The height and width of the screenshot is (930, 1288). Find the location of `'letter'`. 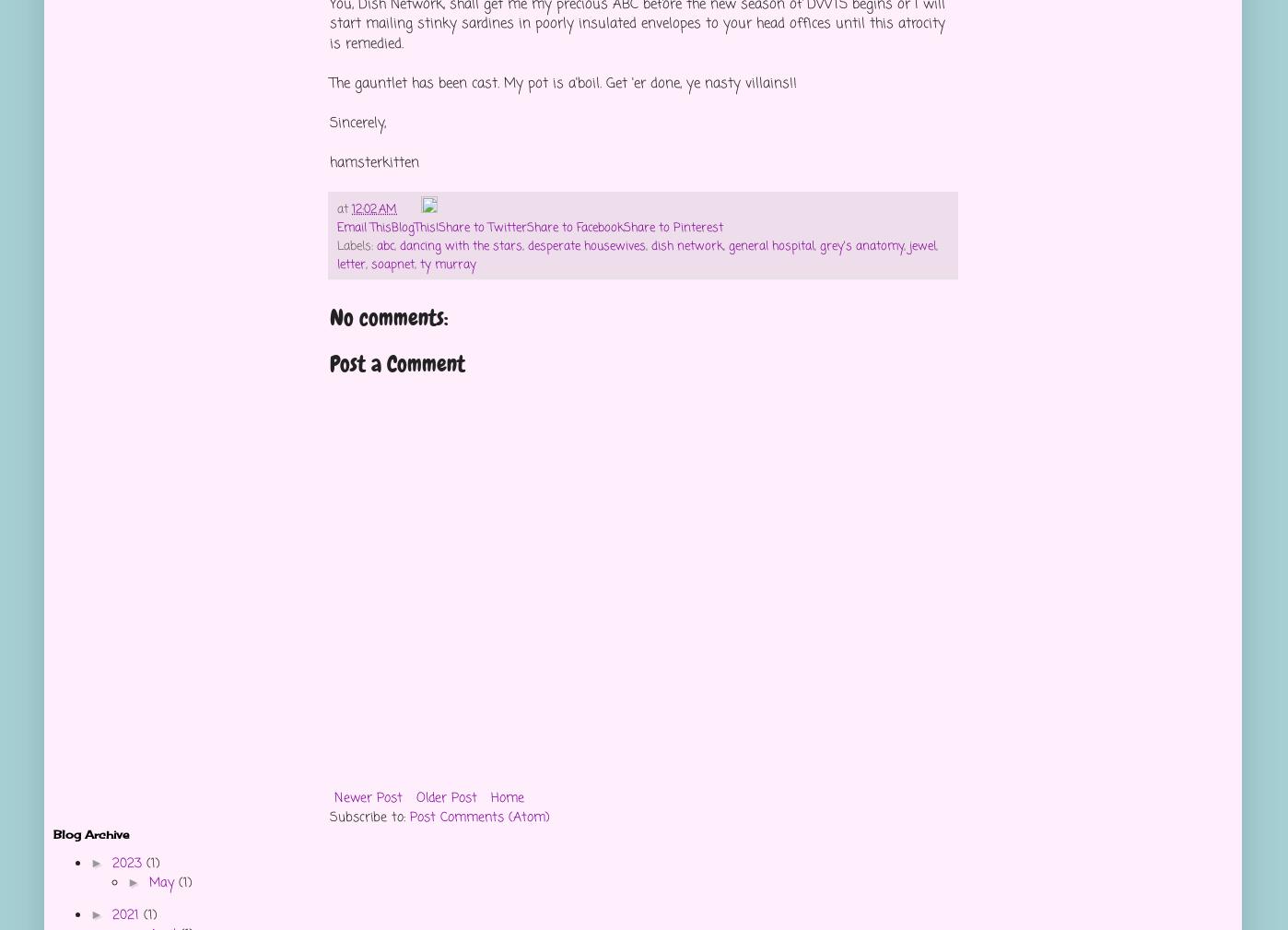

'letter' is located at coordinates (350, 264).